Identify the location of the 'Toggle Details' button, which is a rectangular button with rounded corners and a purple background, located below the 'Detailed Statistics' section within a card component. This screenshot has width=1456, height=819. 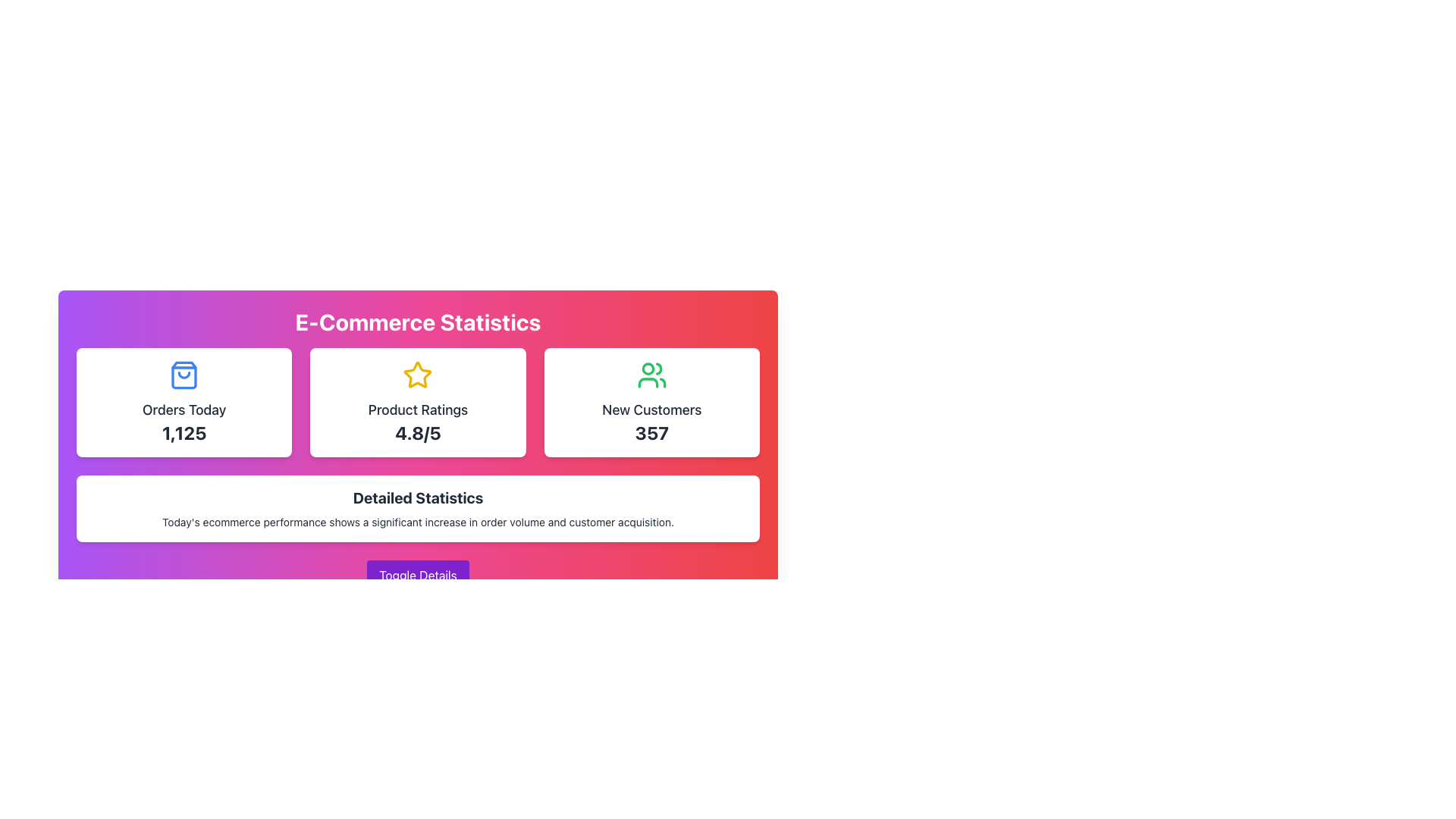
(418, 576).